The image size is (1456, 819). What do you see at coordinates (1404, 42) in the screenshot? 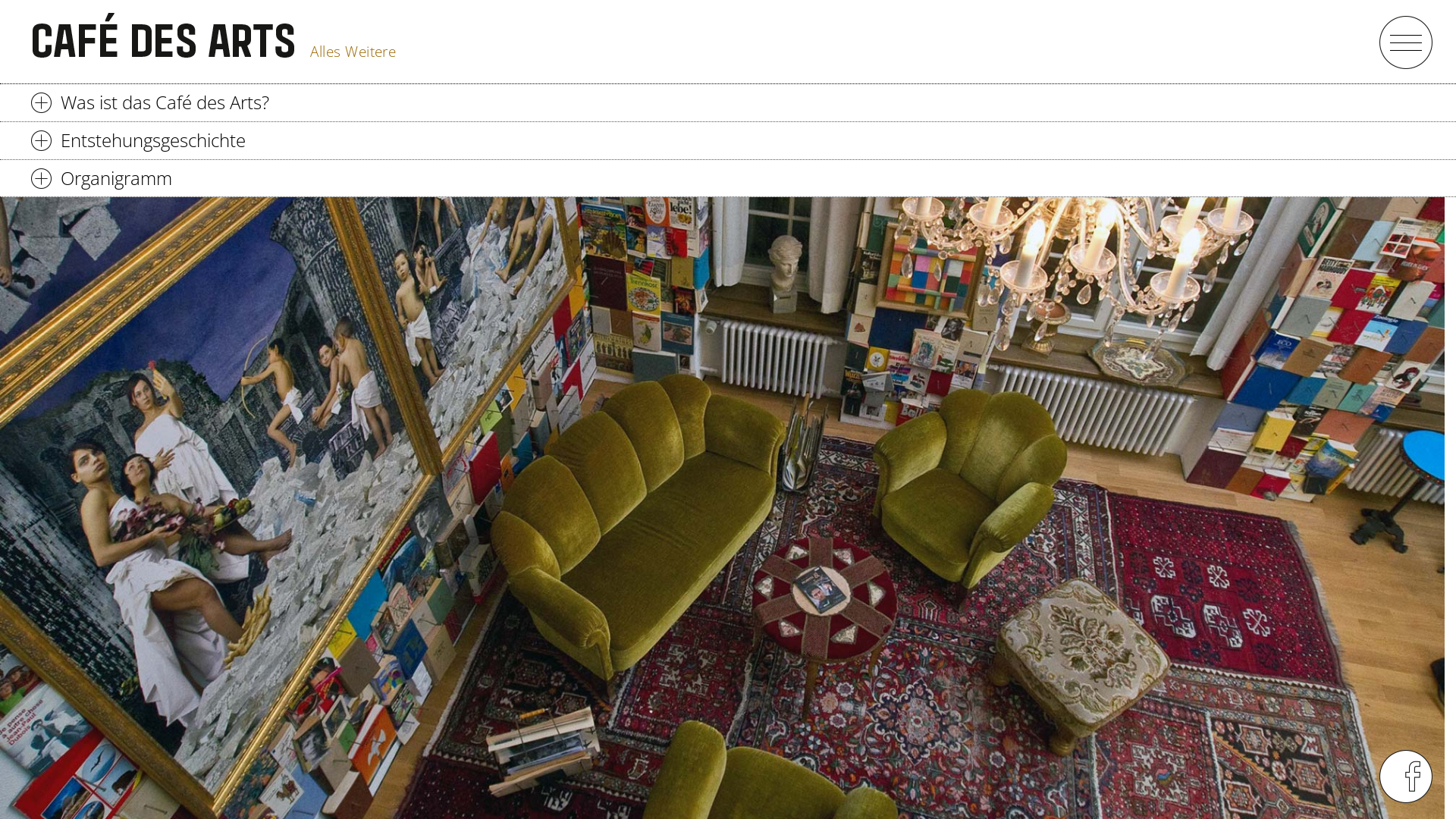
I see `'menu'` at bounding box center [1404, 42].